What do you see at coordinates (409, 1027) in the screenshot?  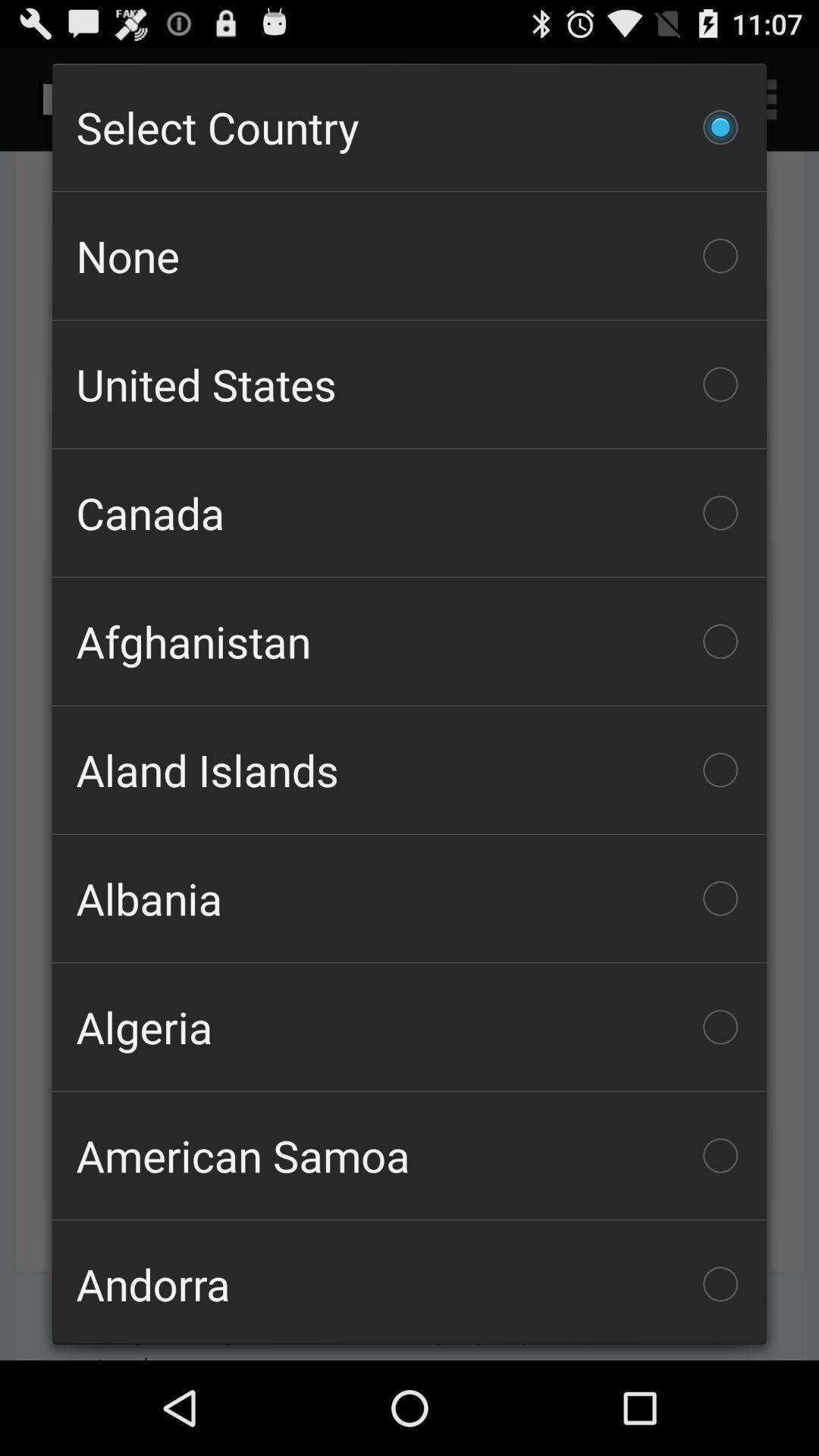 I see `the checkbox above american samoa icon` at bounding box center [409, 1027].